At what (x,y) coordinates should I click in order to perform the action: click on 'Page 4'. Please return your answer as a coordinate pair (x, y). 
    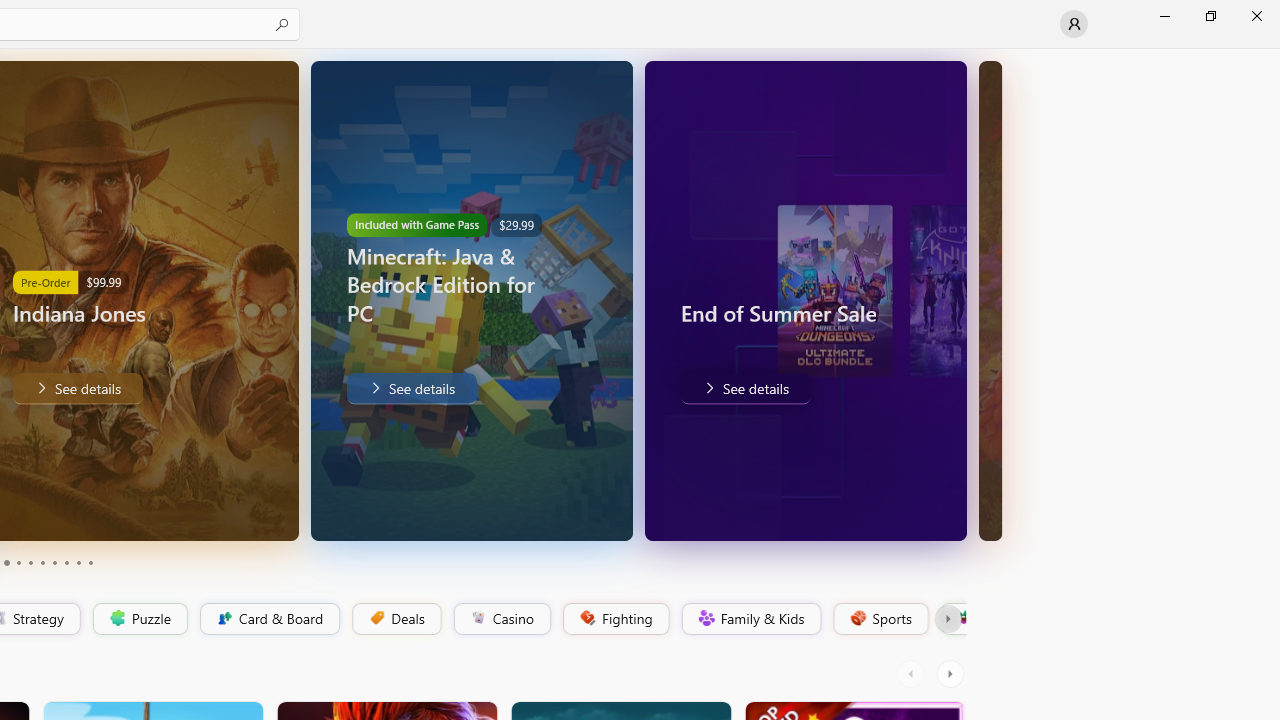
    Looking at the image, I should click on (17, 563).